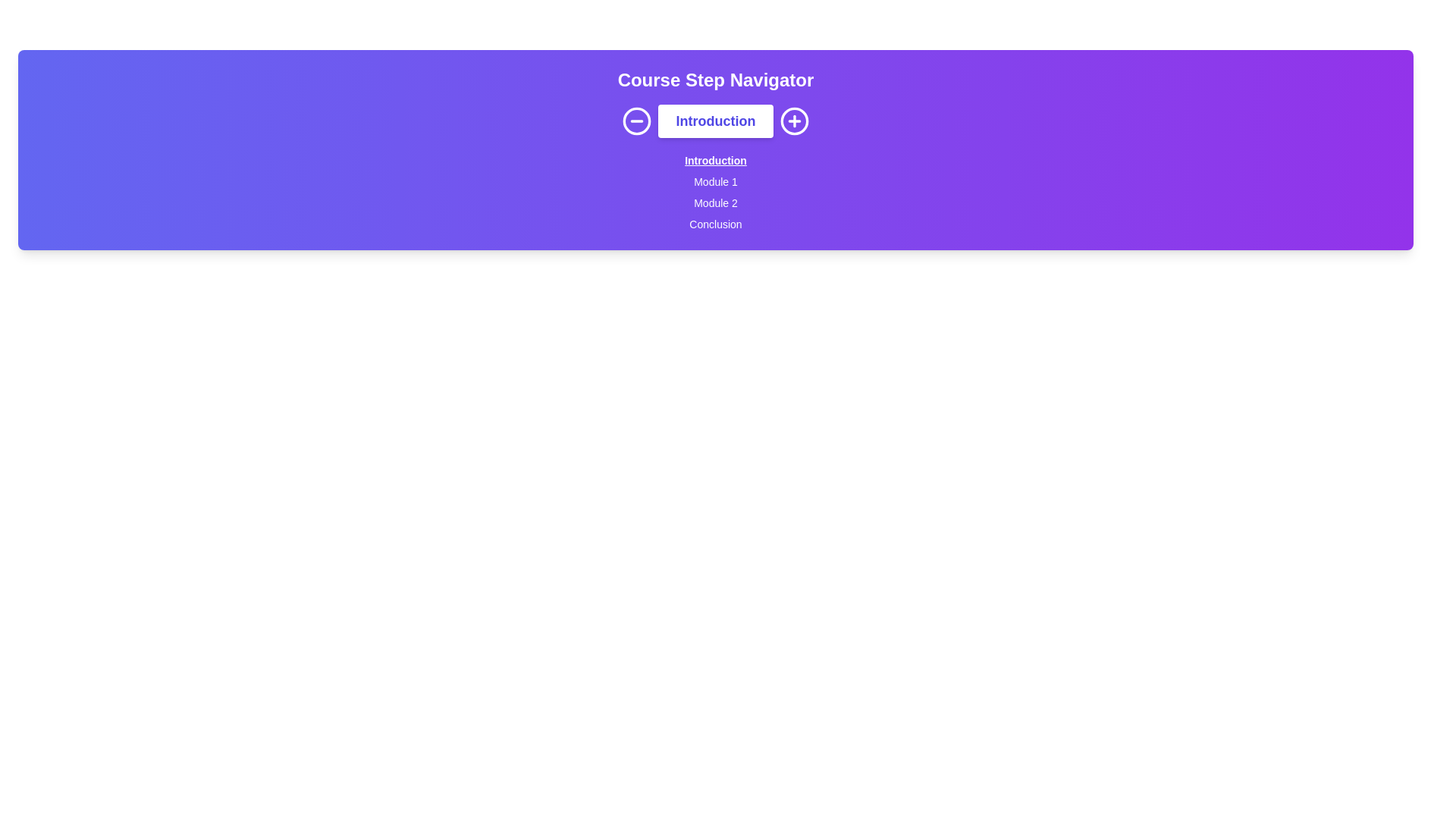 The height and width of the screenshot is (819, 1456). Describe the element at coordinates (715, 120) in the screenshot. I see `the step indicator button for the current course module located in the purple header section labeled 'Course Step Navigator'` at that location.